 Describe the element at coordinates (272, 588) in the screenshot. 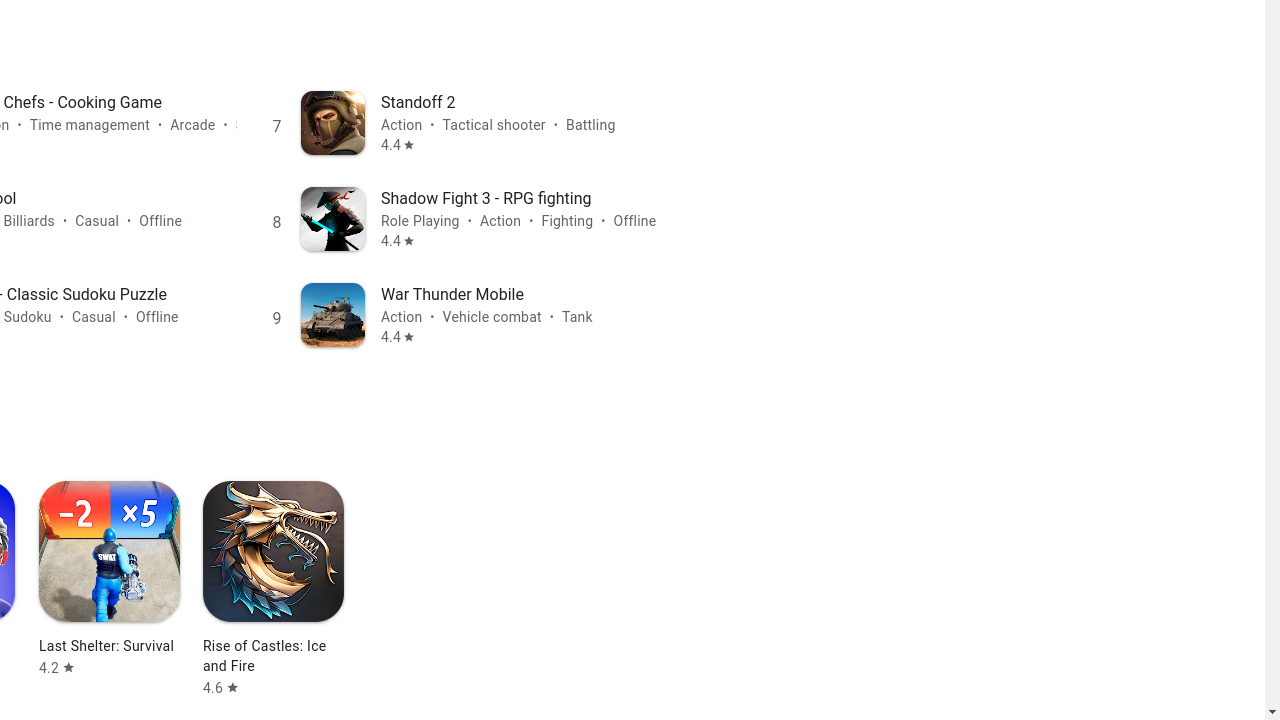

I see `'Rise of Castles: Ice and Fire Rated 4.6 stars out of five stars'` at that location.